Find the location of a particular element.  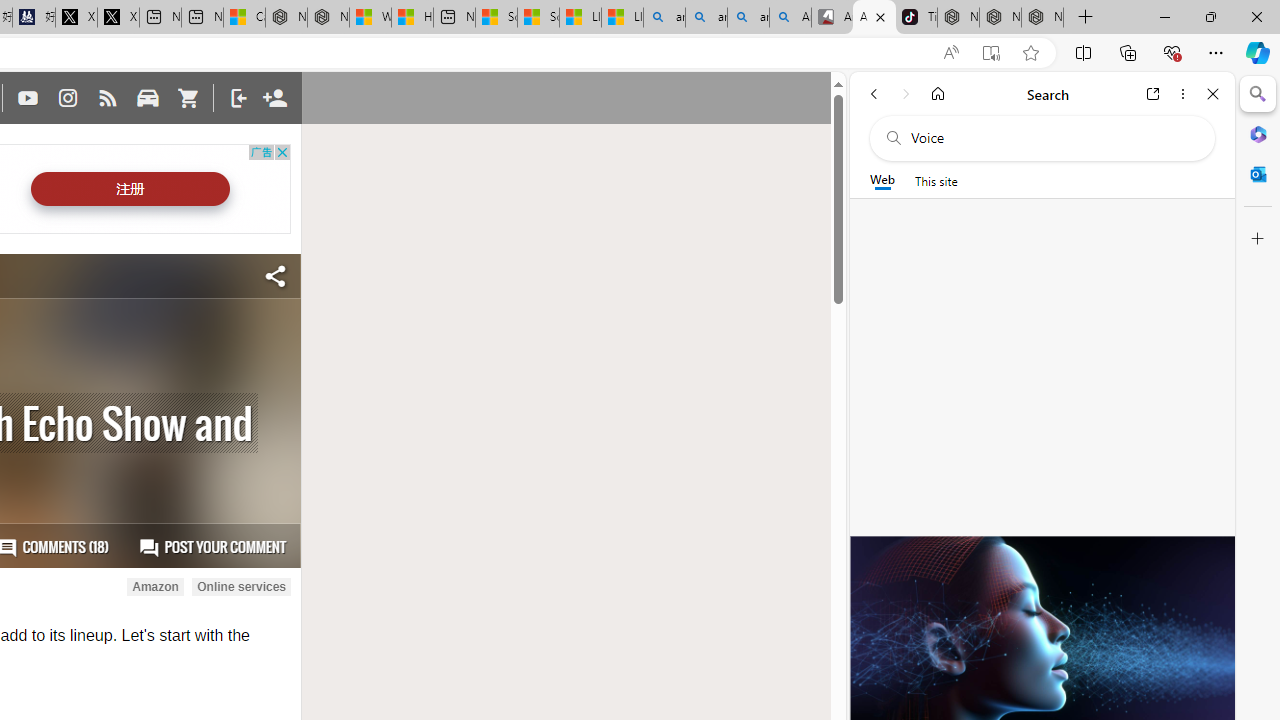

'Amazon' is located at coordinates (154, 586).